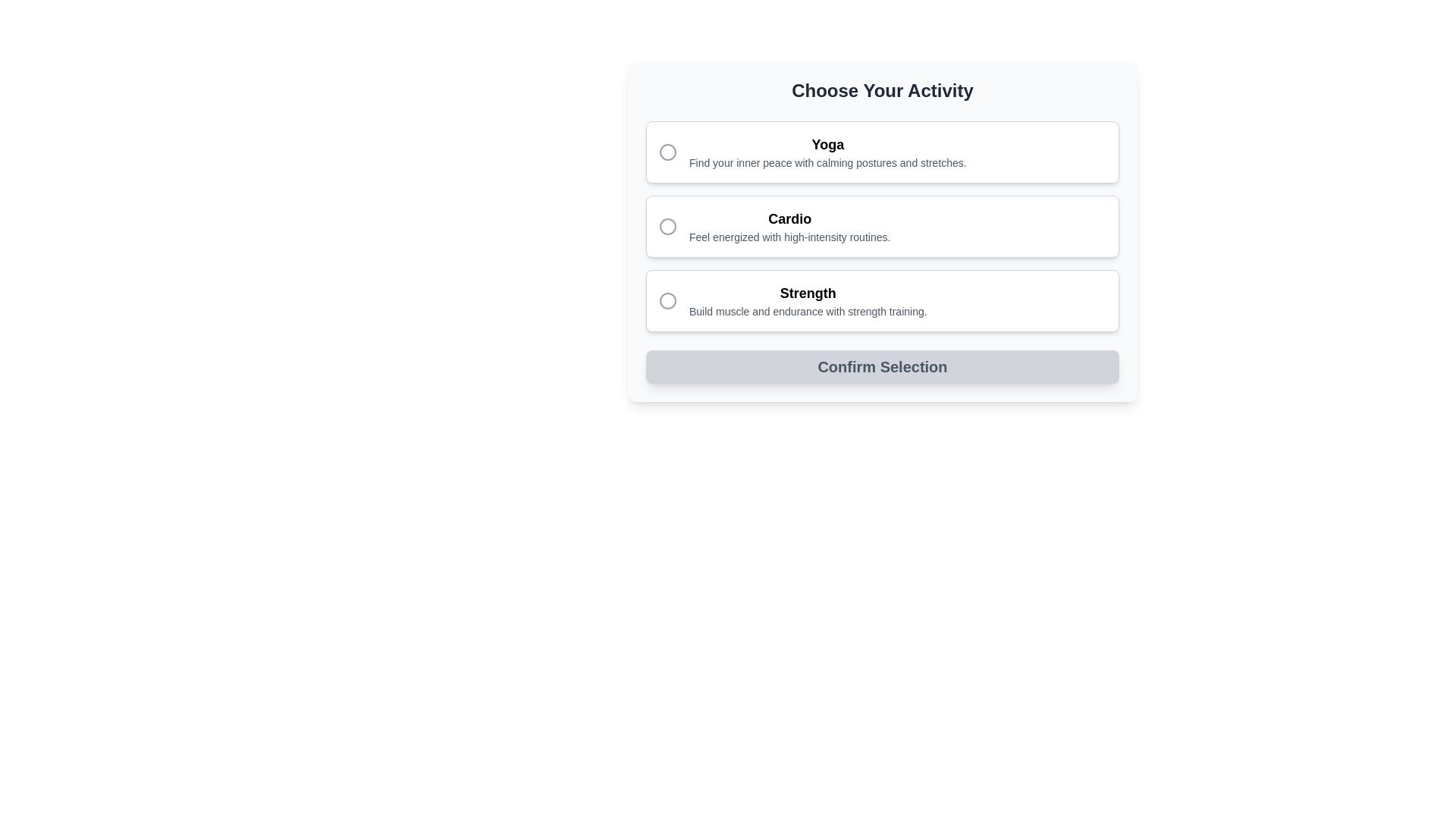  Describe the element at coordinates (789, 219) in the screenshot. I see `the 'Cardio' text label, which is styled in bold and larger font, positioned as the header in the second selection option of a vertical list of activities` at that location.